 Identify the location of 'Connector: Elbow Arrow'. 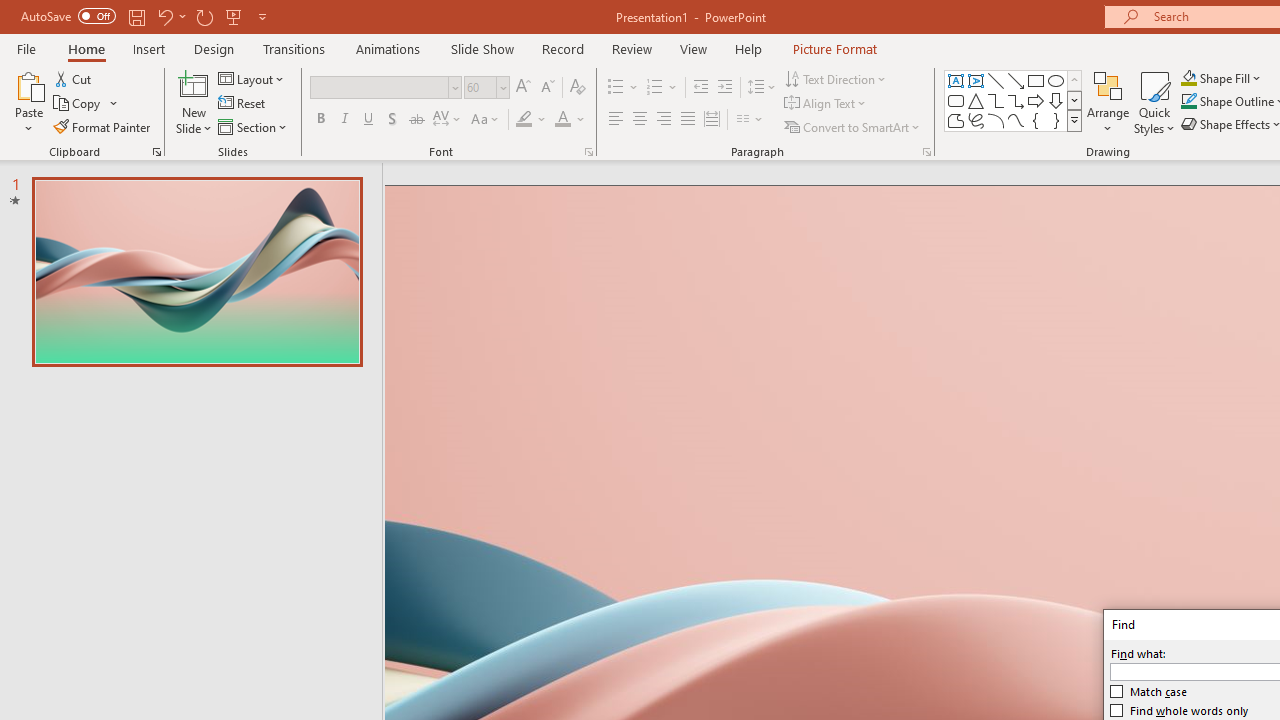
(1016, 100).